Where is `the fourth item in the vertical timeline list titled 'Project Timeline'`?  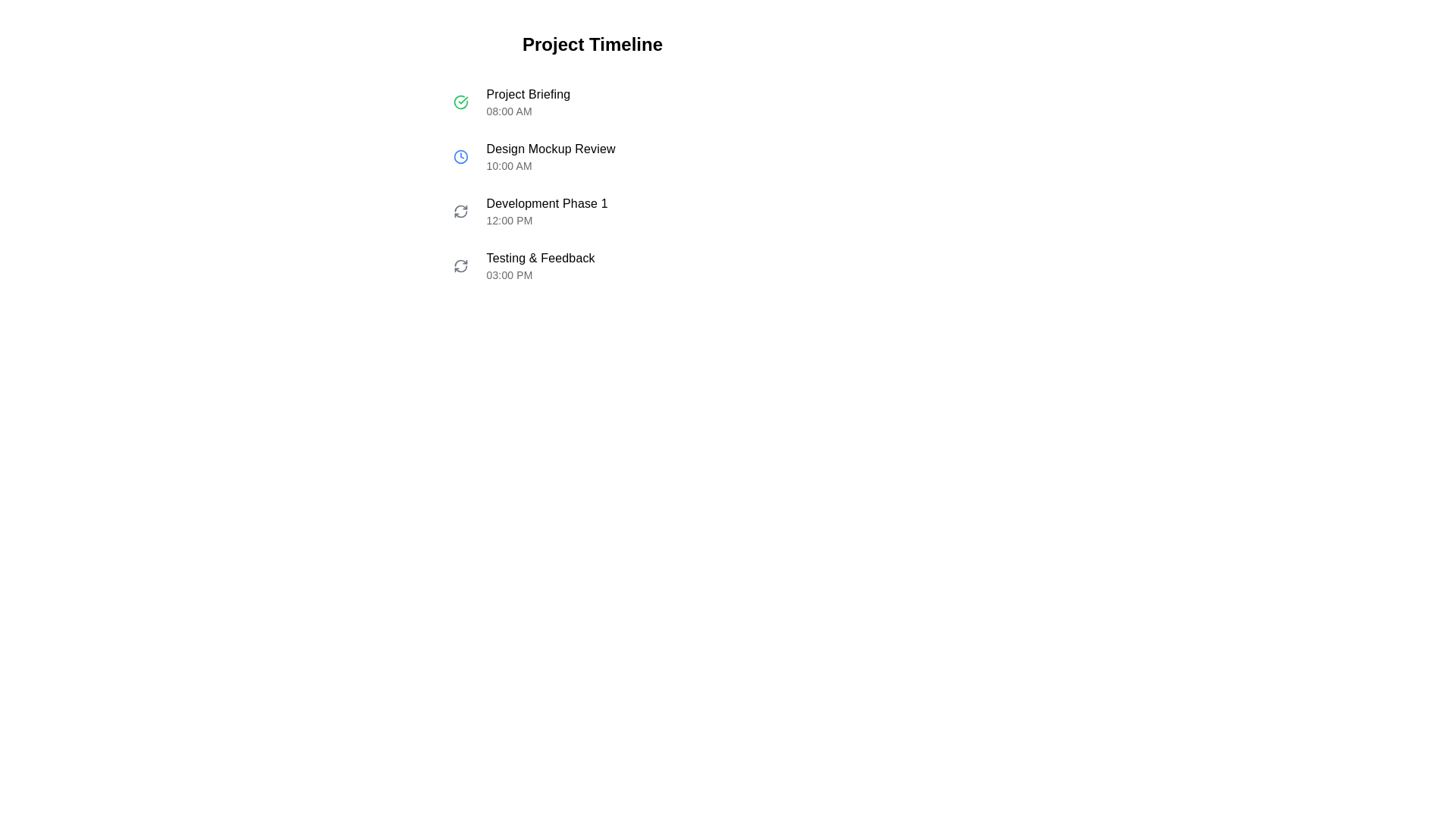 the fourth item in the vertical timeline list titled 'Project Timeline' is located at coordinates (612, 265).